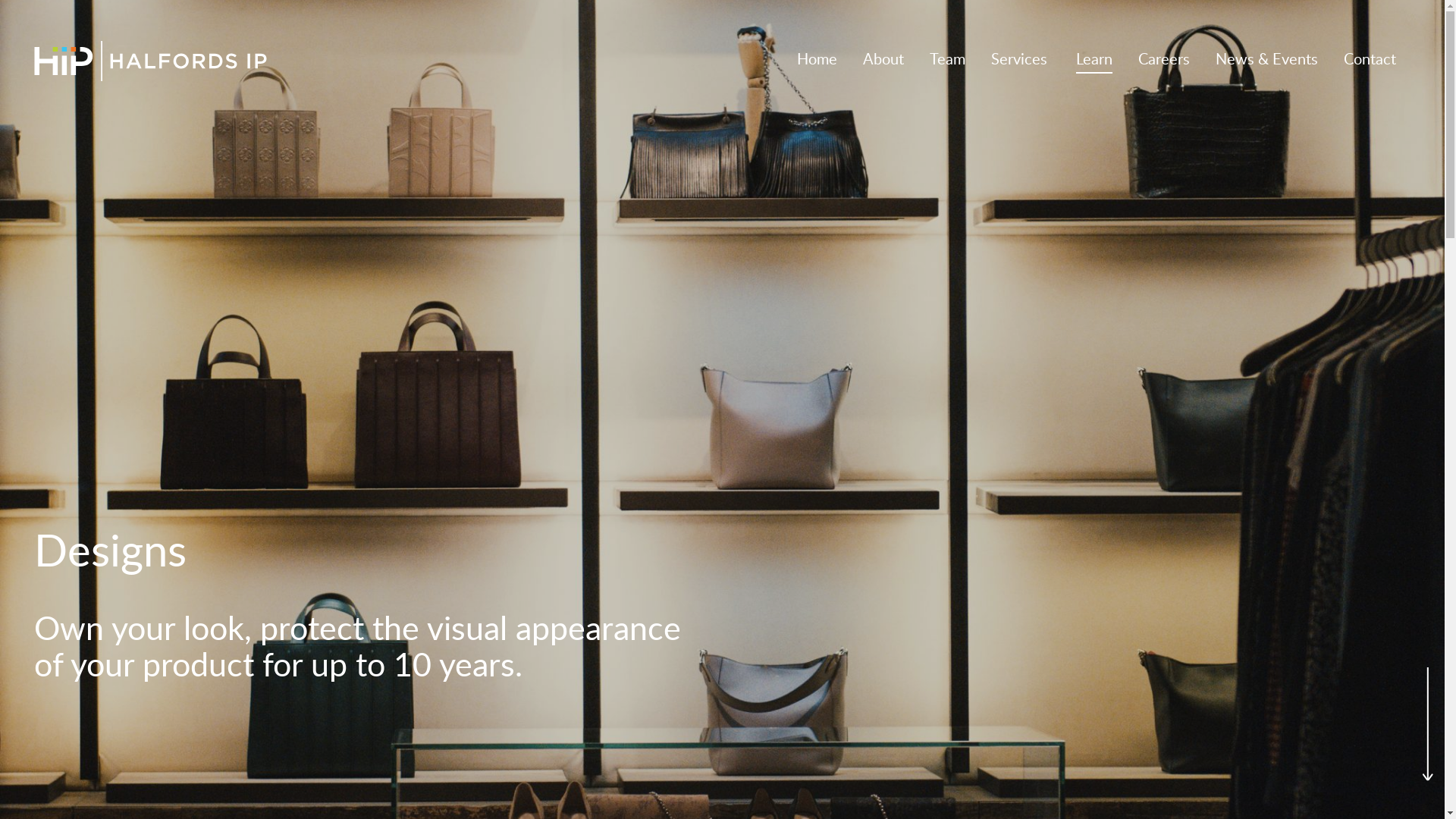  Describe the element at coordinates (1075, 60) in the screenshot. I see `'Learn'` at that location.